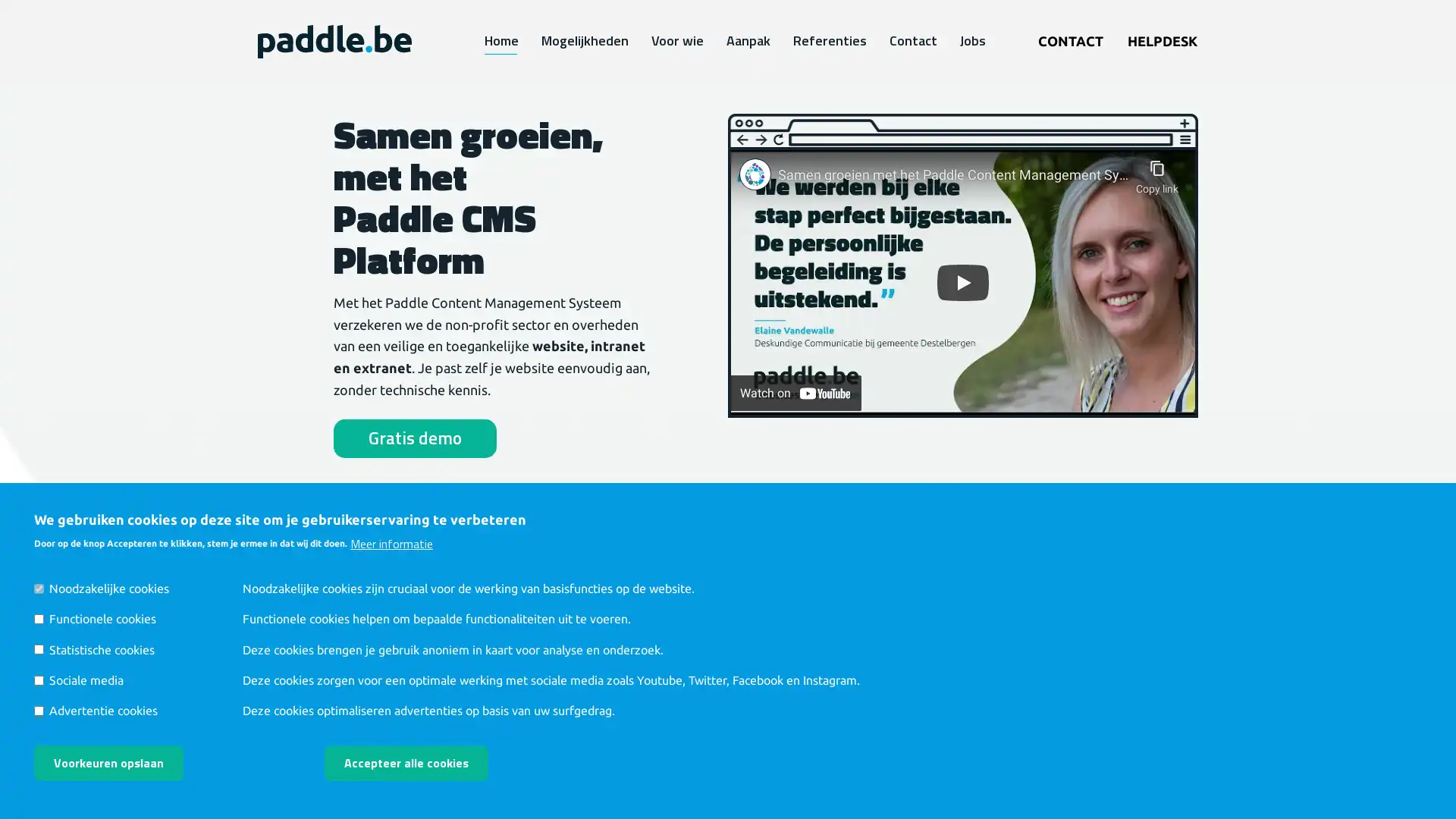  What do you see at coordinates (391, 542) in the screenshot?
I see `Meer informatie` at bounding box center [391, 542].